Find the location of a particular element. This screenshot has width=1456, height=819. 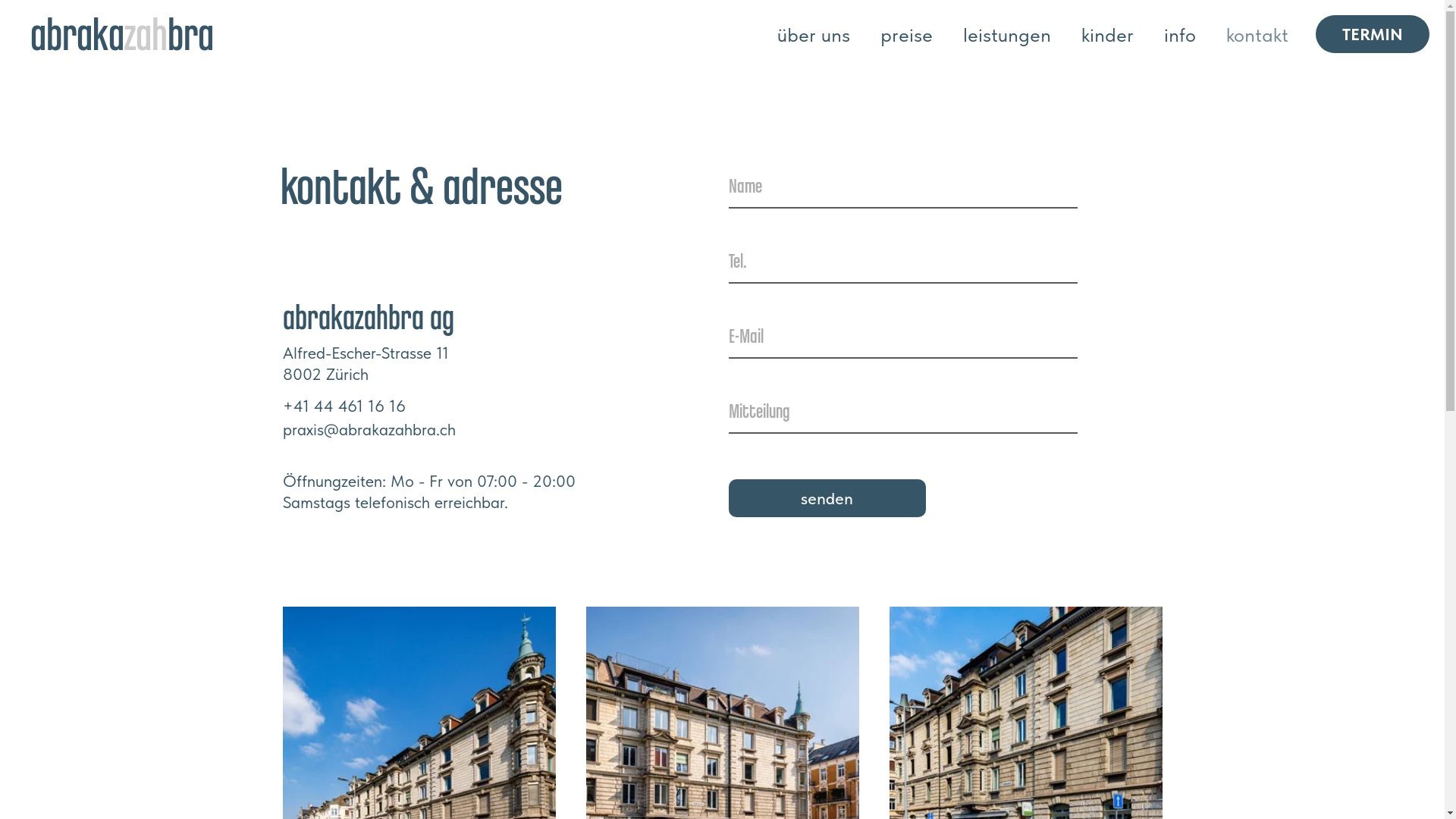

'leistungen' is located at coordinates (1007, 34).